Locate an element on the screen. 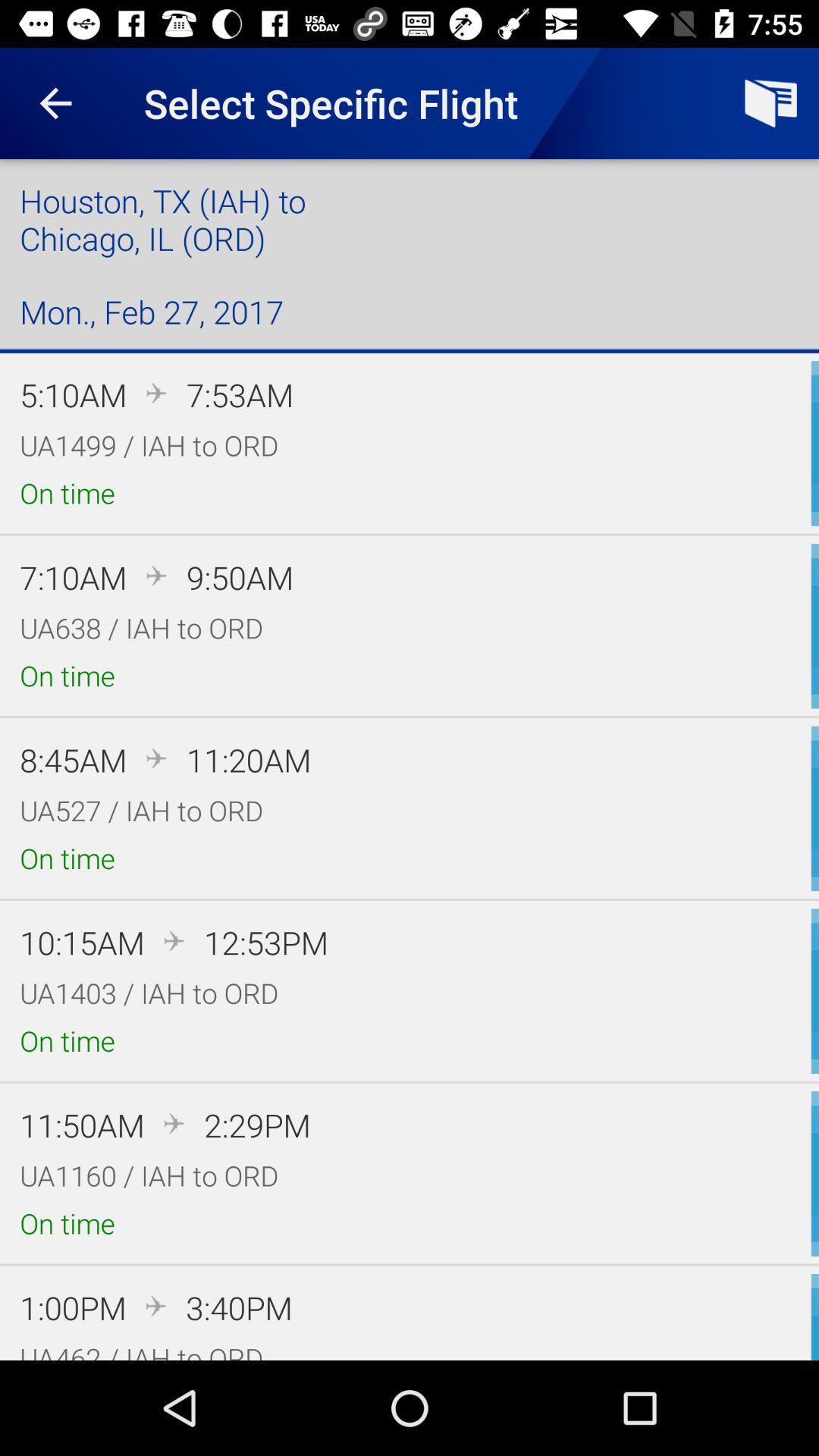 Image resolution: width=819 pixels, height=1456 pixels. the 1:00pm icon is located at coordinates (73, 1307).